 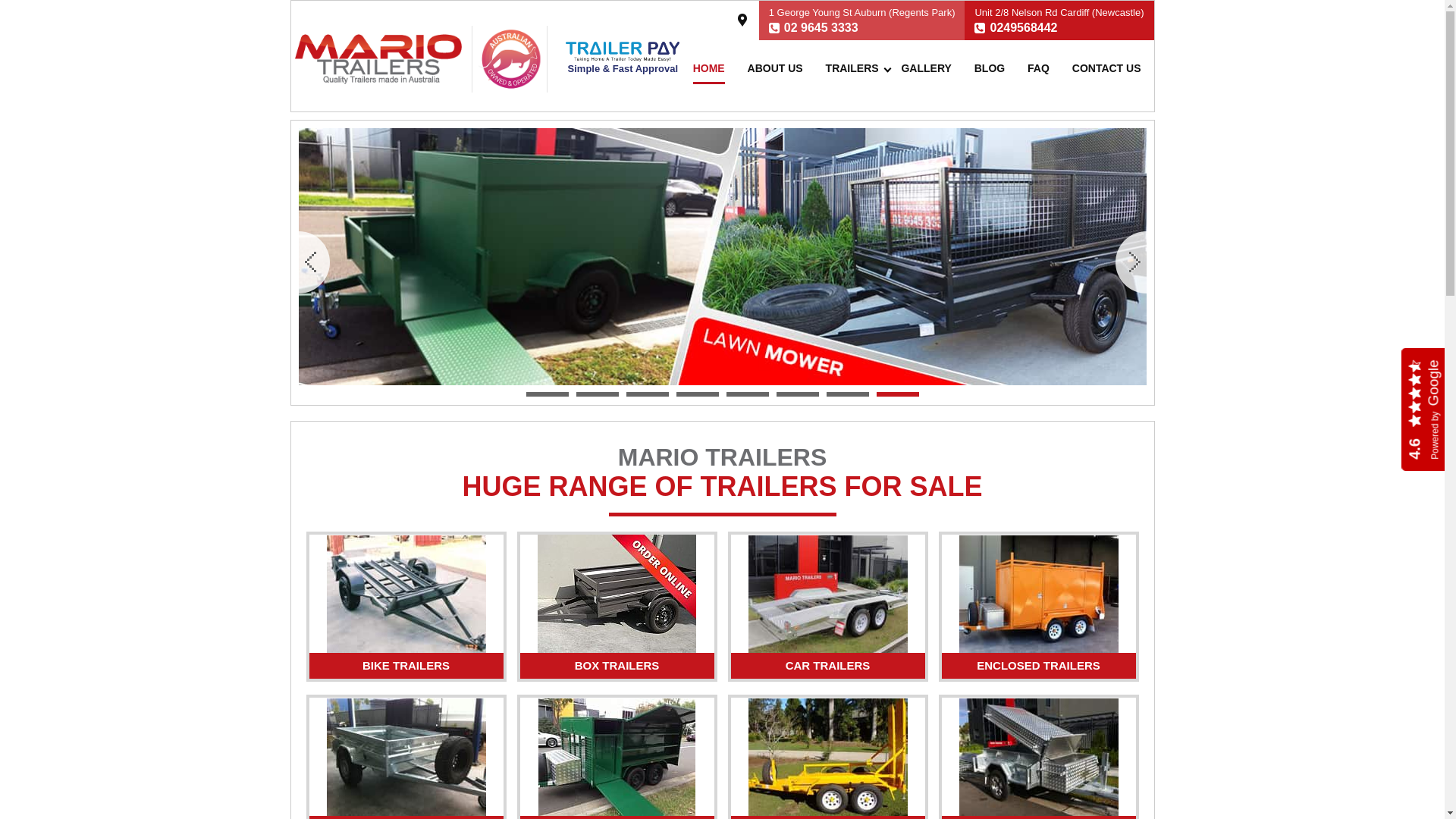 What do you see at coordinates (378, 58) in the screenshot?
I see `'Mario Trailers Sydney'` at bounding box center [378, 58].